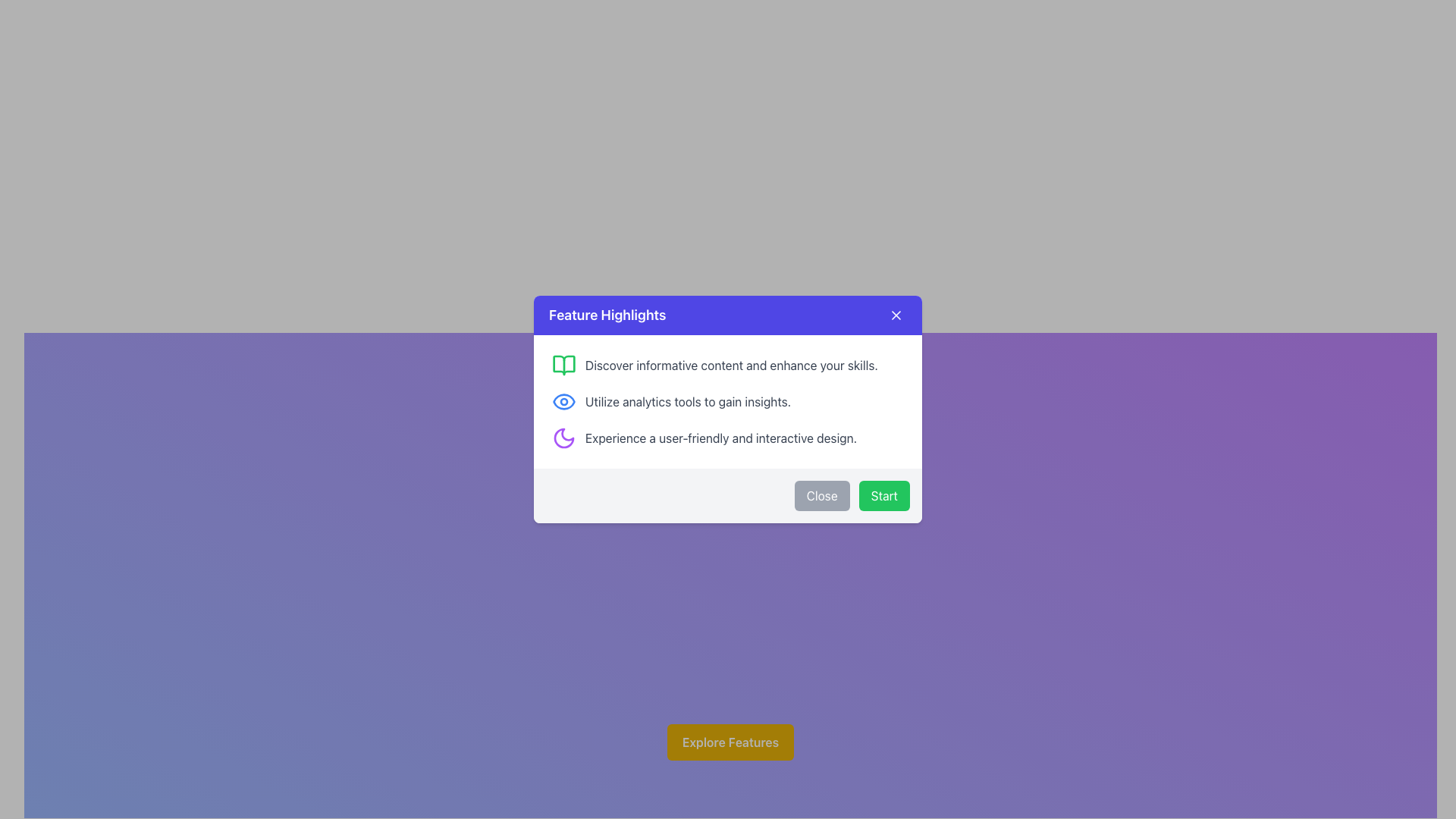 The height and width of the screenshot is (819, 1456). Describe the element at coordinates (728, 400) in the screenshot. I see `the central area of the informational content block within the 'Feature Highlights' modal dialog to understand the features it presents` at that location.